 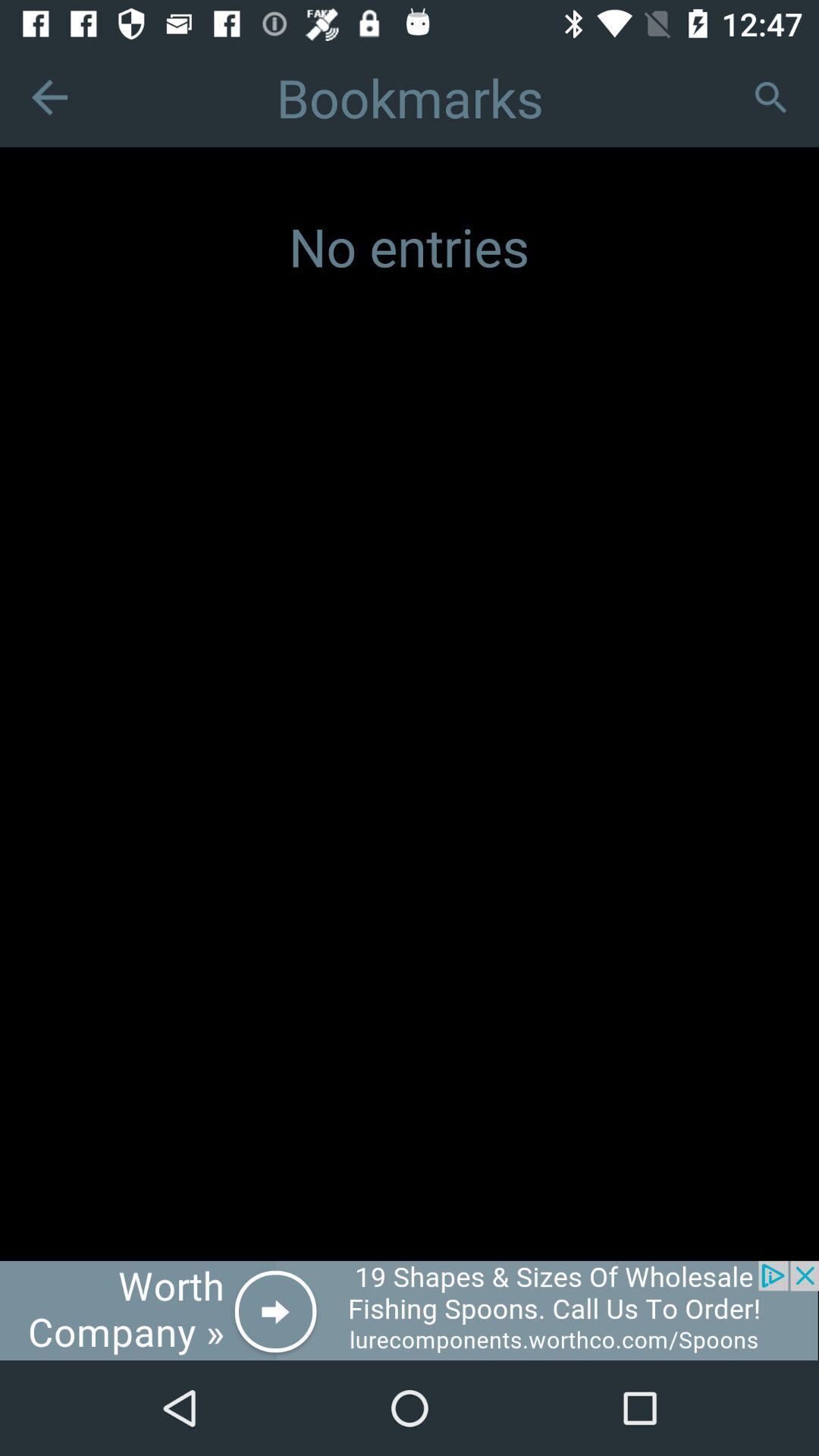 What do you see at coordinates (409, 1310) in the screenshot?
I see `open advertisement` at bounding box center [409, 1310].